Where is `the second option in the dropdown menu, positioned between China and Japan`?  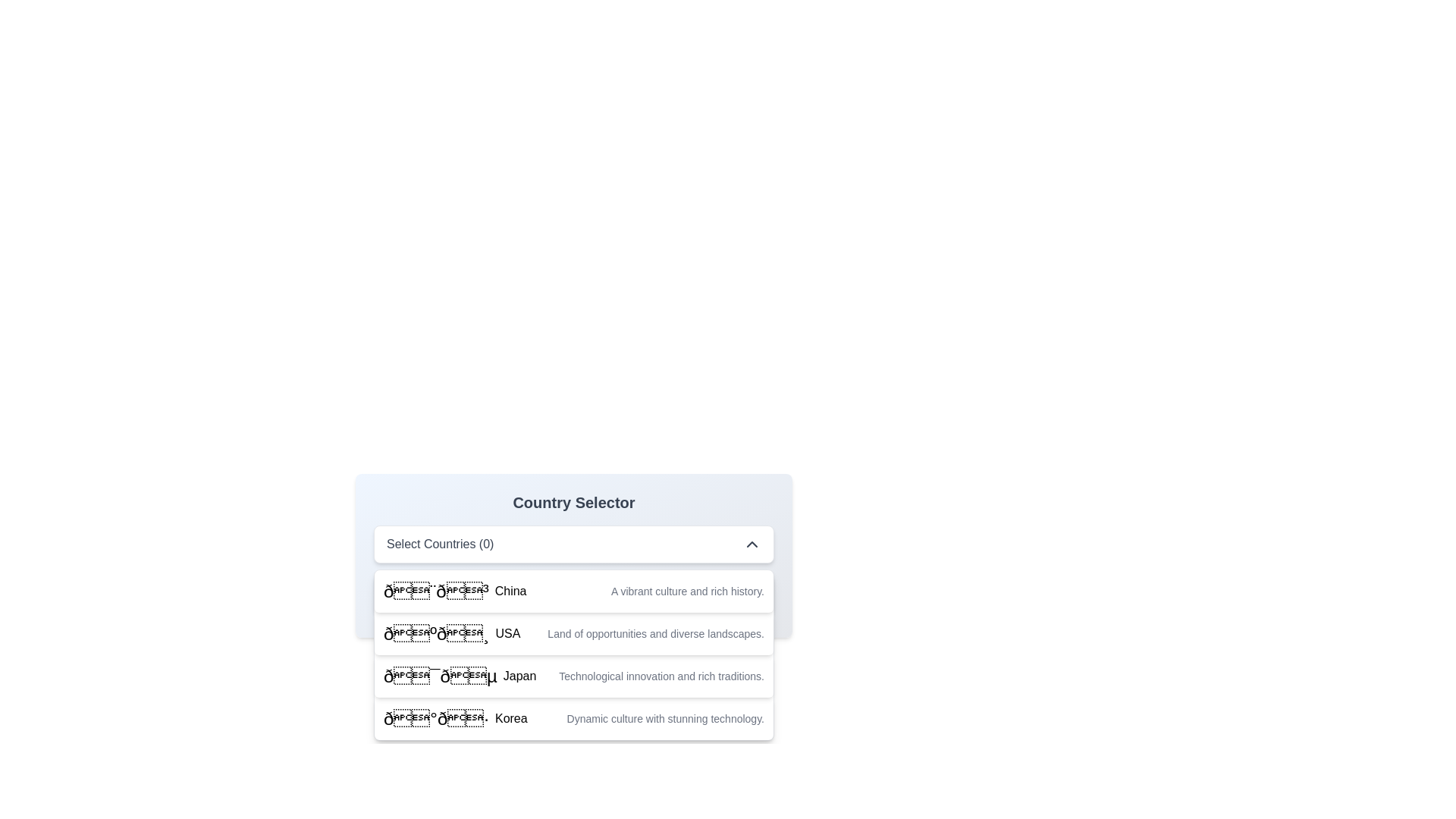
the second option in the dropdown menu, positioned between China and Japan is located at coordinates (573, 634).